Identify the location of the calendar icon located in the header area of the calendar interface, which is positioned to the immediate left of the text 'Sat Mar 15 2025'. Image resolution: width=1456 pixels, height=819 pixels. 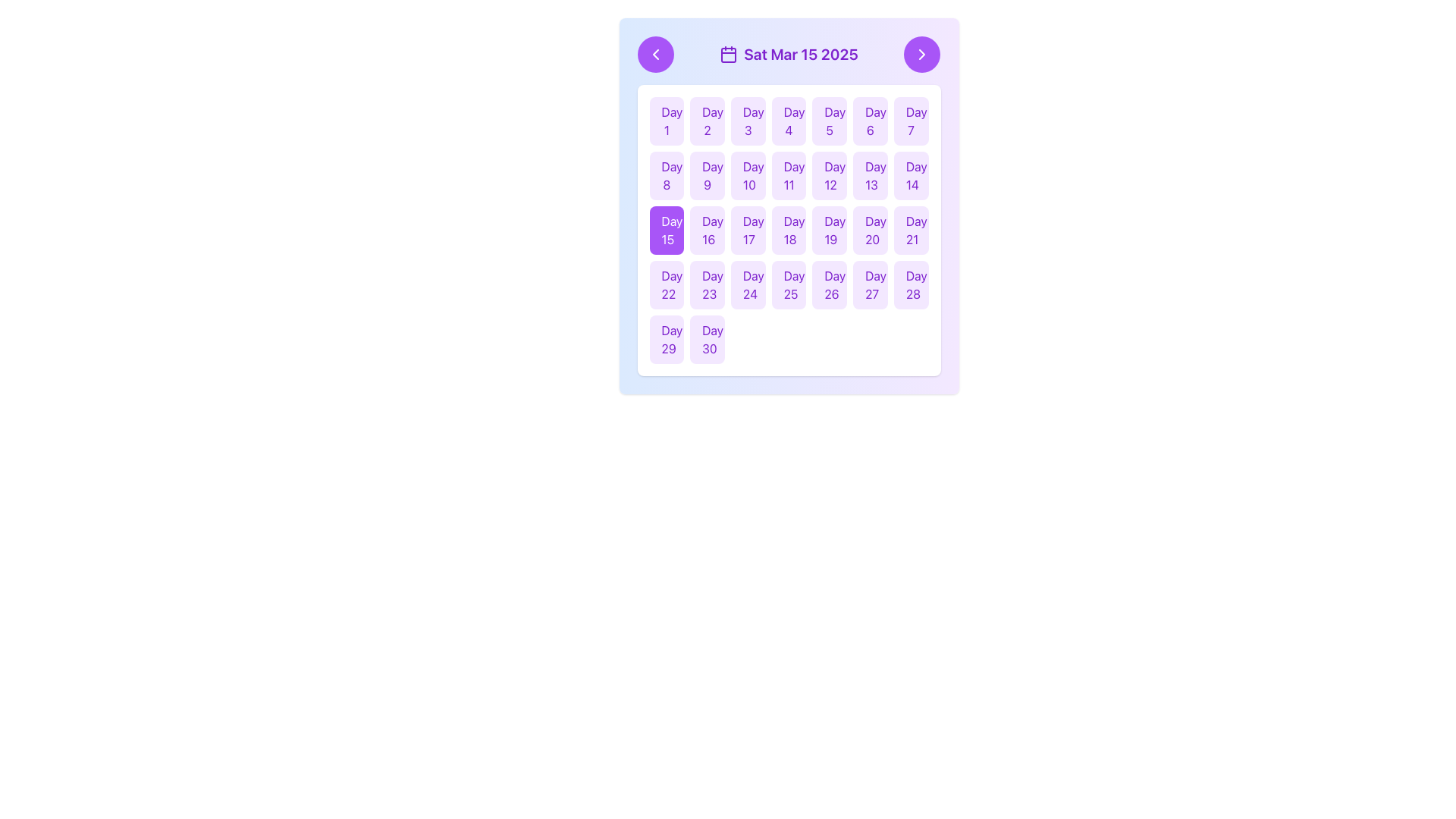
(729, 54).